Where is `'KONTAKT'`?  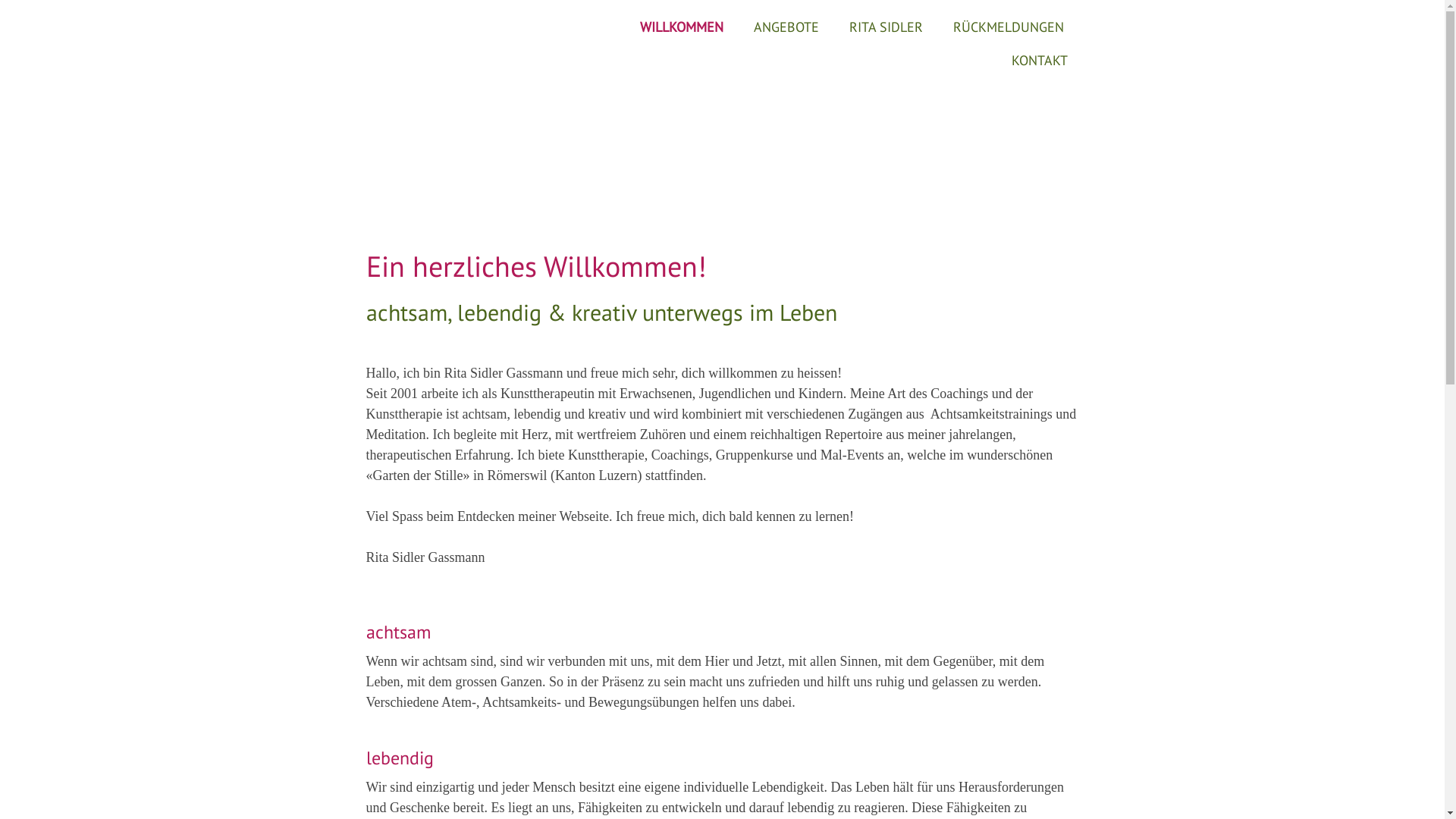 'KONTAKT' is located at coordinates (1037, 60).